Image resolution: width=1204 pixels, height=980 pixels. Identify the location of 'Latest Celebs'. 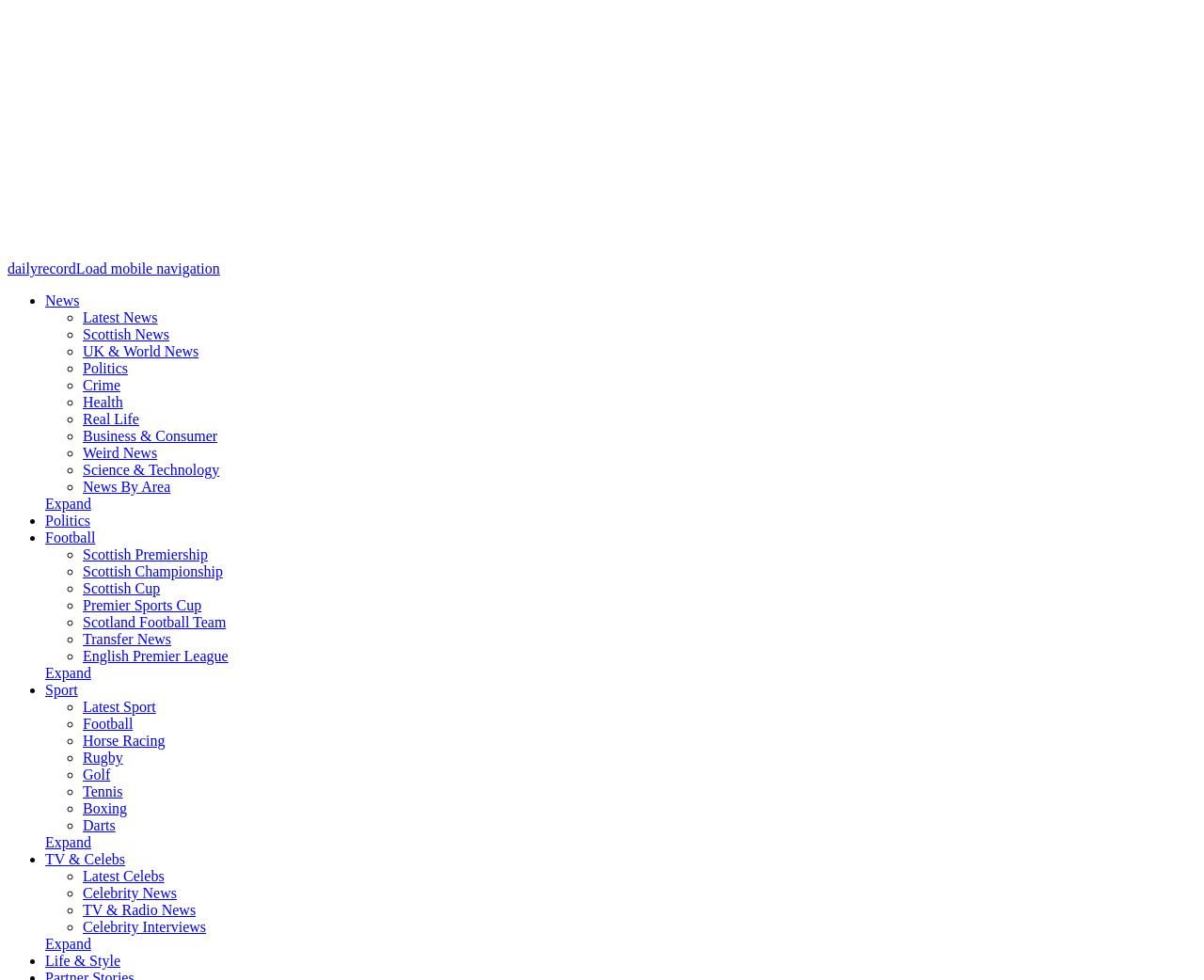
(121, 875).